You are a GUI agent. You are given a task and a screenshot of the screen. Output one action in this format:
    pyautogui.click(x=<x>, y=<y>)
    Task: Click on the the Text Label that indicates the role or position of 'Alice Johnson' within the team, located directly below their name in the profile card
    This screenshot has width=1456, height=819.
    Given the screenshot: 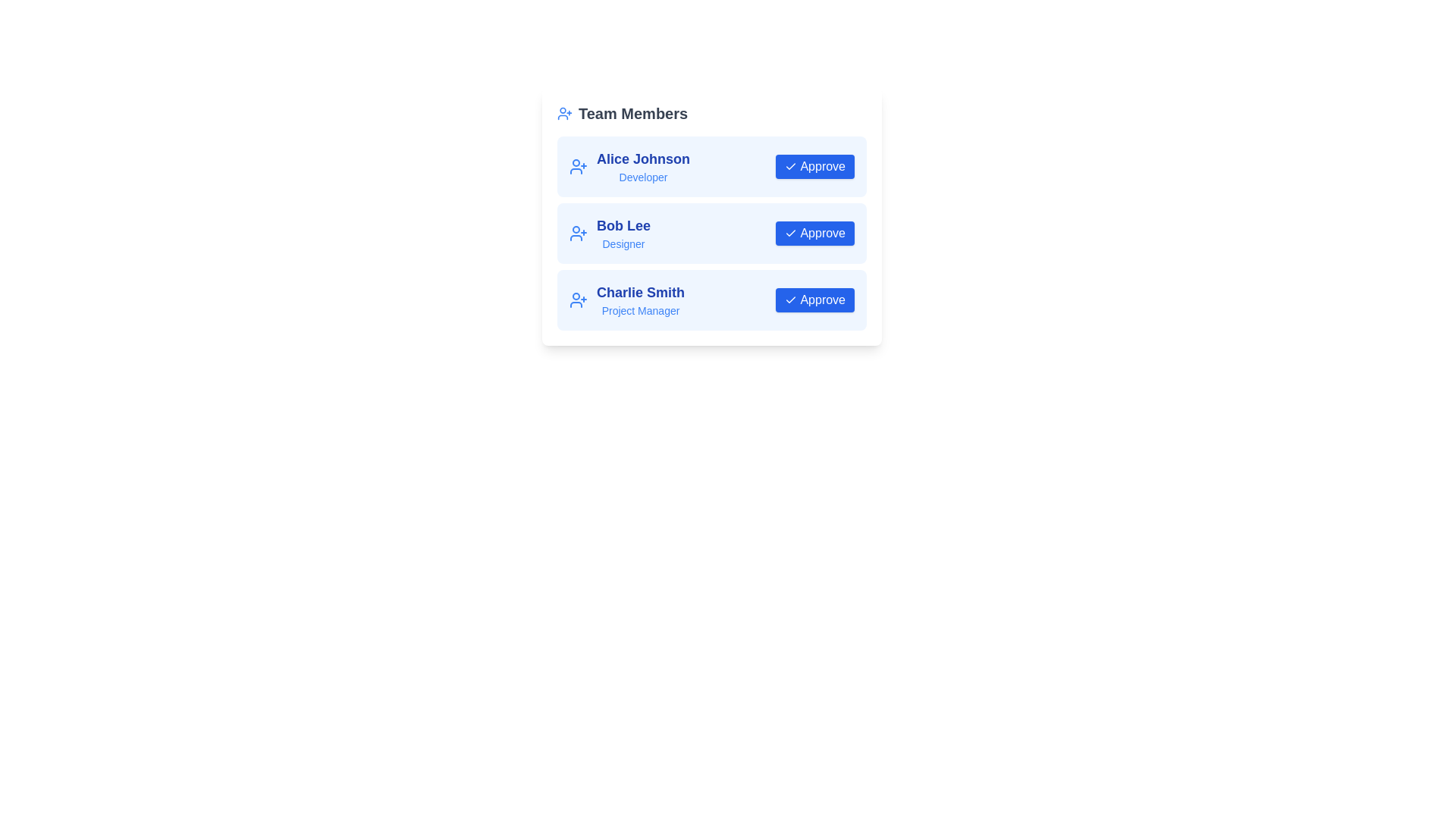 What is the action you would take?
    pyautogui.click(x=643, y=177)
    